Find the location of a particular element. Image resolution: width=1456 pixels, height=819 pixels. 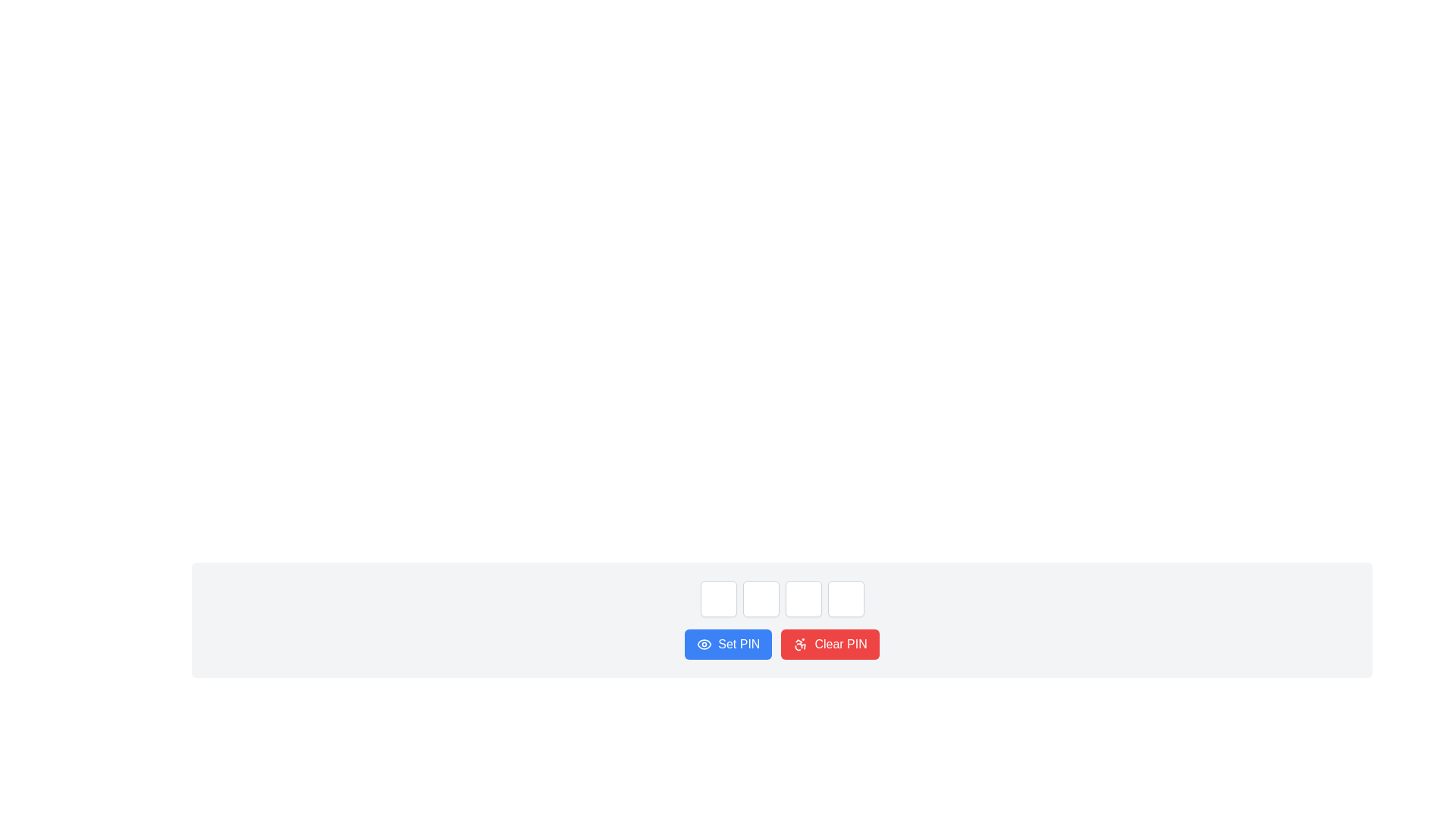

to focus on the third input box in a horizontal sequence of four identical boxes, located above the 'Set PIN' and 'Clear PIN' buttons is located at coordinates (802, 598).